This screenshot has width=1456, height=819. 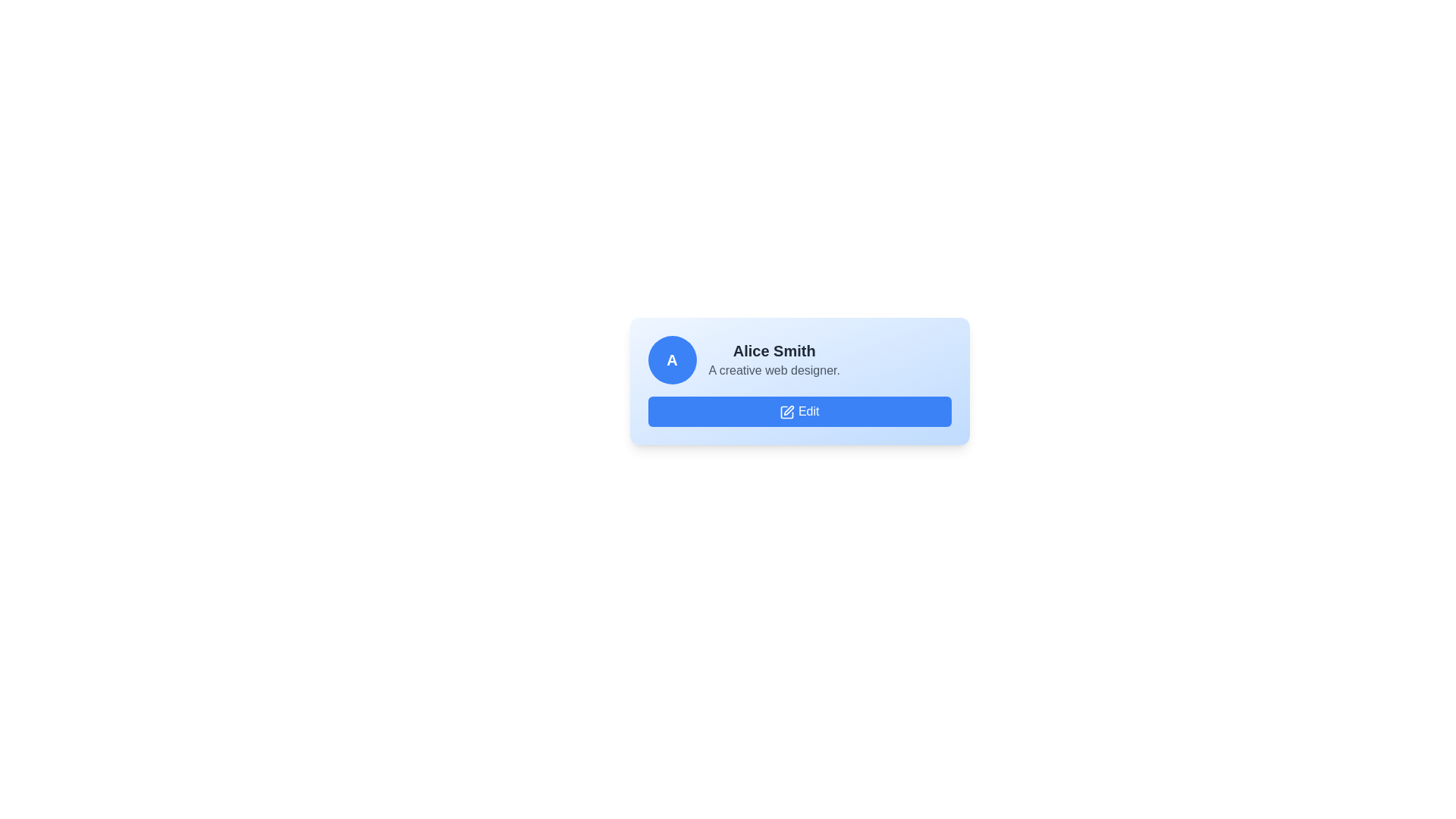 What do you see at coordinates (789, 410) in the screenshot?
I see `the 'Edit' button located beneath 'Alice Smith'` at bounding box center [789, 410].